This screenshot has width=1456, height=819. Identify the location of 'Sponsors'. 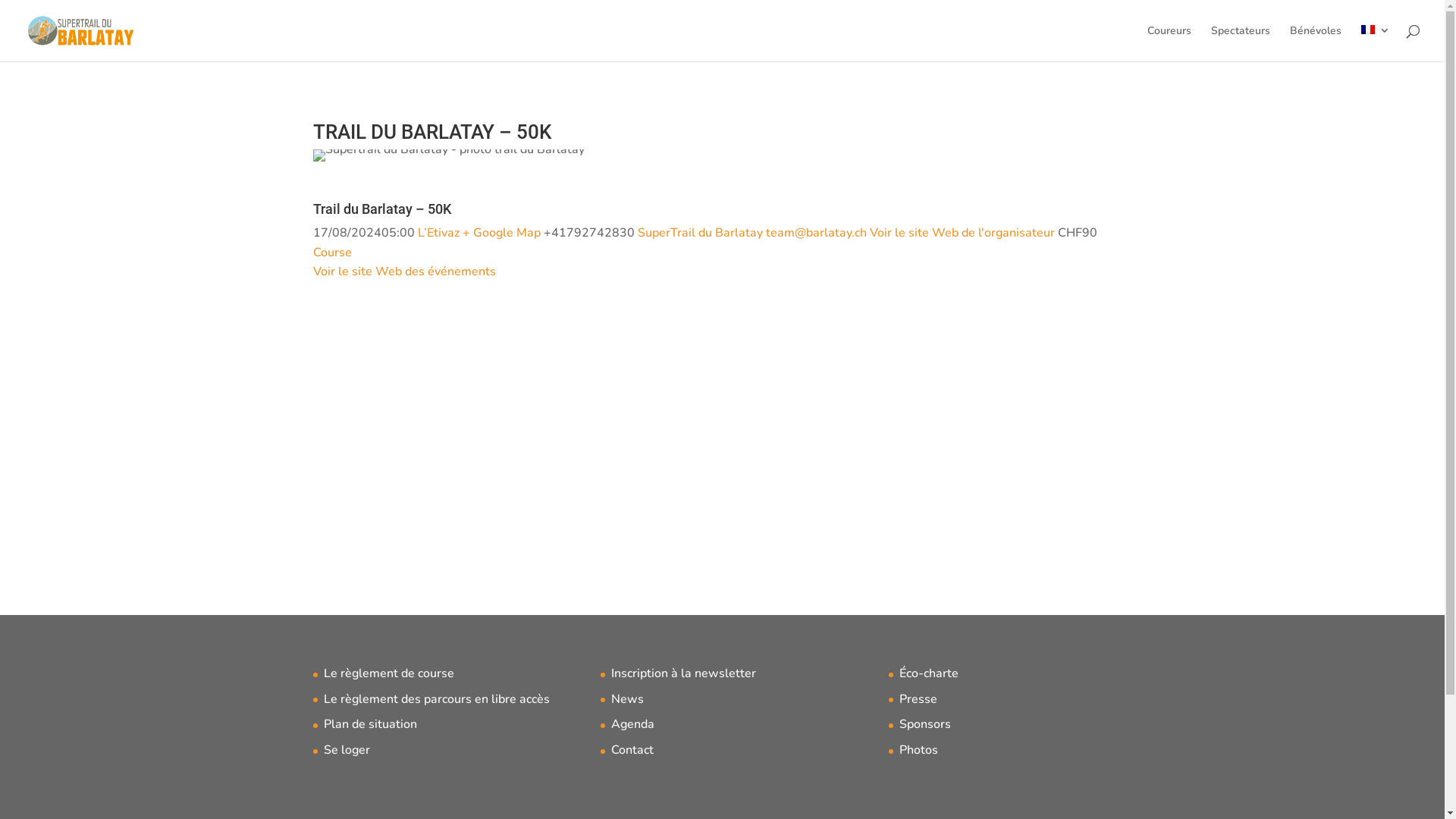
(924, 723).